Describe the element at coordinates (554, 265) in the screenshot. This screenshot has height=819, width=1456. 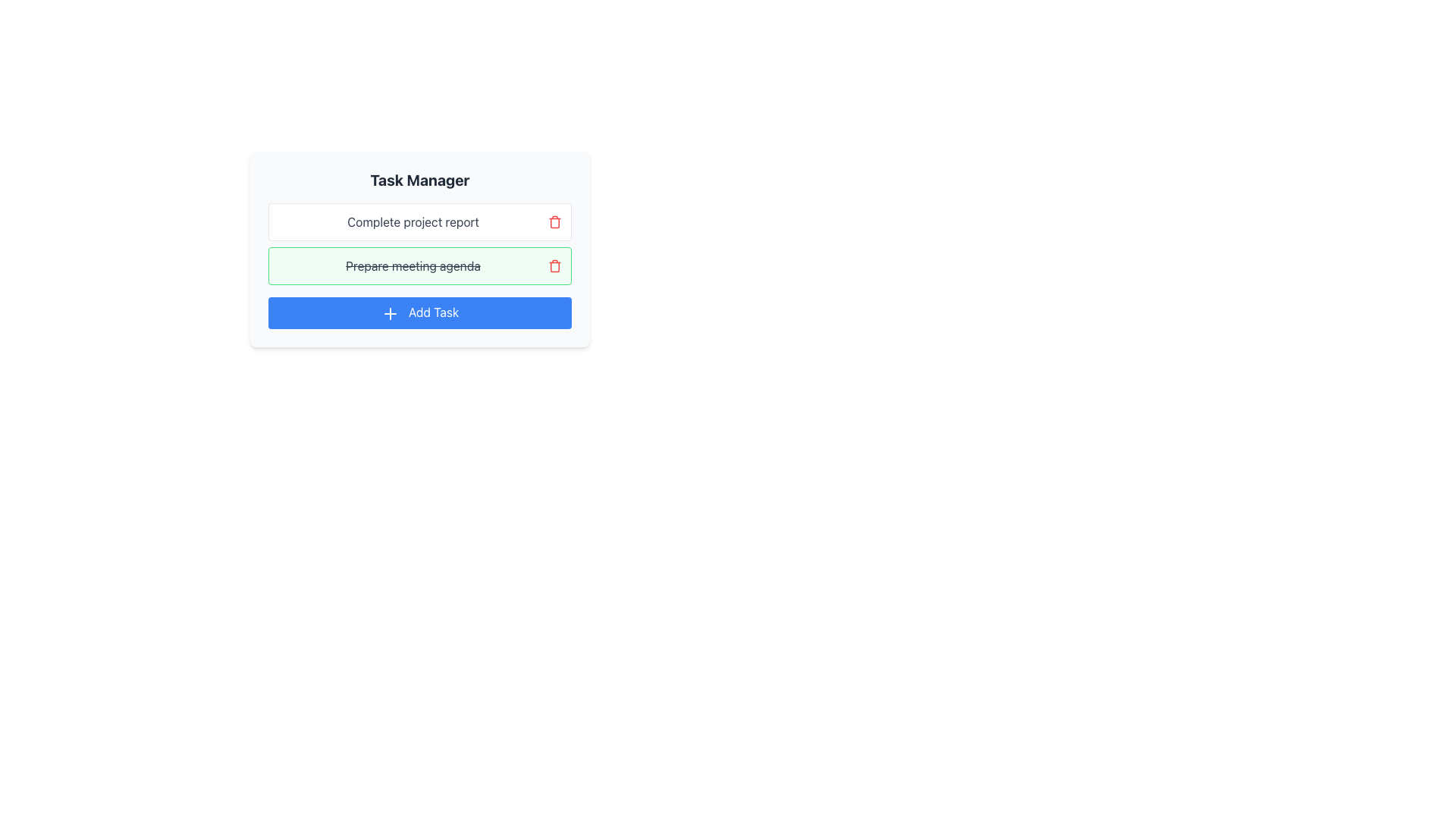
I see `the second trash icon located to the right of the 'Prepare meeting agenda' text` at that location.